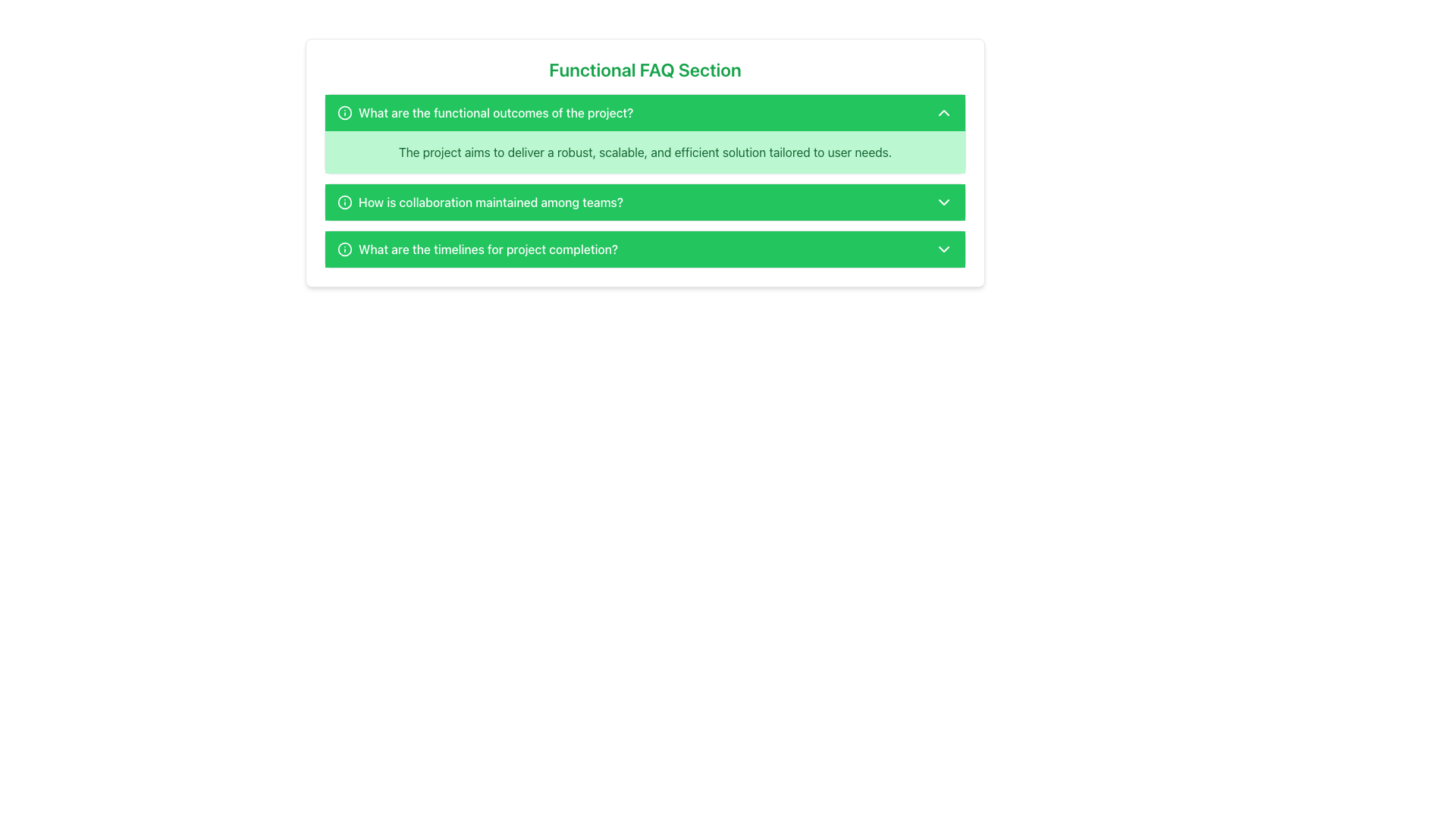  I want to click on the upward-pointing chevron icon with a green background located at the rightmost part of the heading bar of the first FAQ item titled 'What are the functional outcomes of the project?' for visual feedback, so click(943, 112).